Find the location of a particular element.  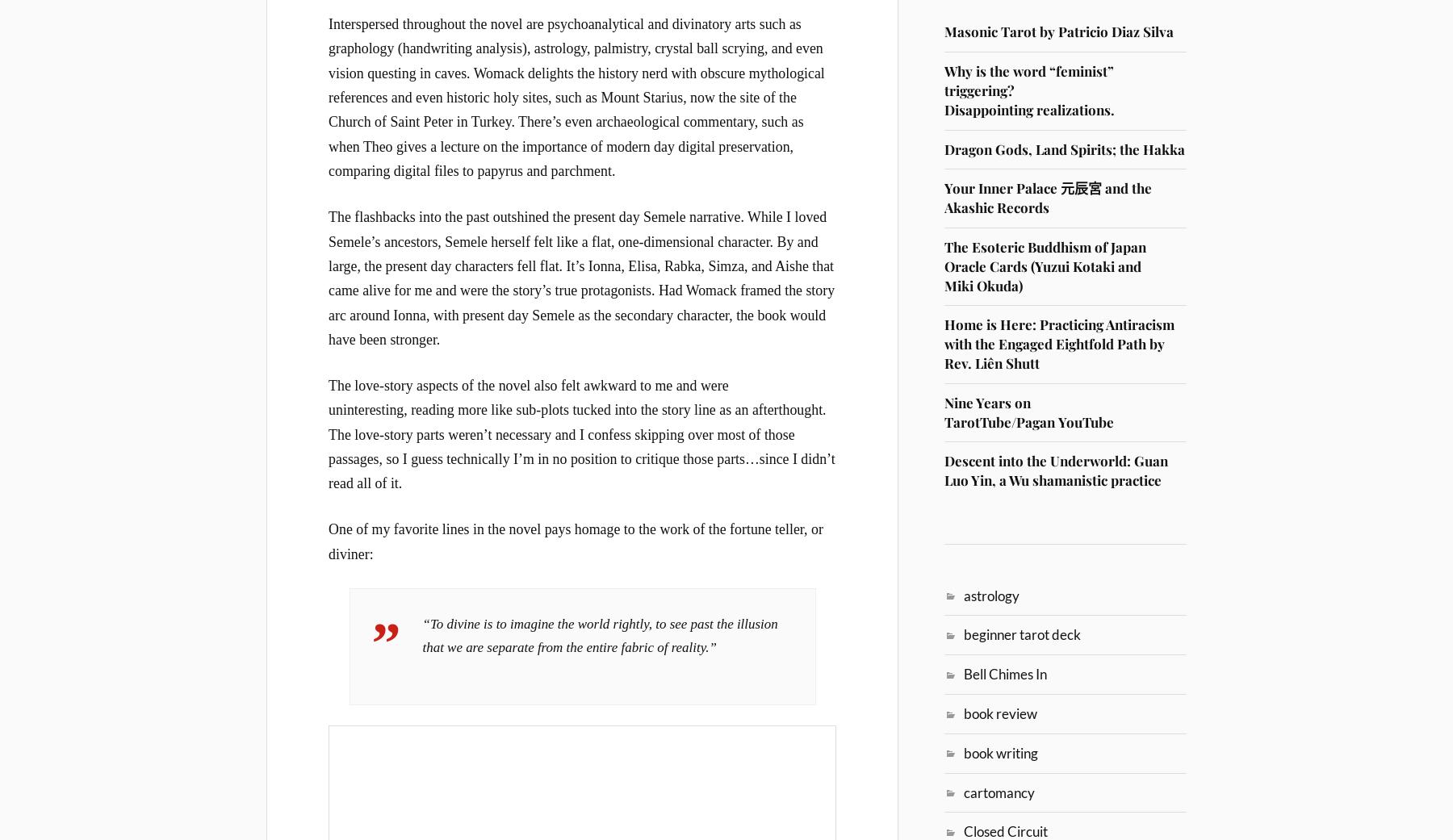

'“To divine is to imagine the world rightly, to see past the illusion that we are separate from the entire fabric of reality.”' is located at coordinates (599, 634).